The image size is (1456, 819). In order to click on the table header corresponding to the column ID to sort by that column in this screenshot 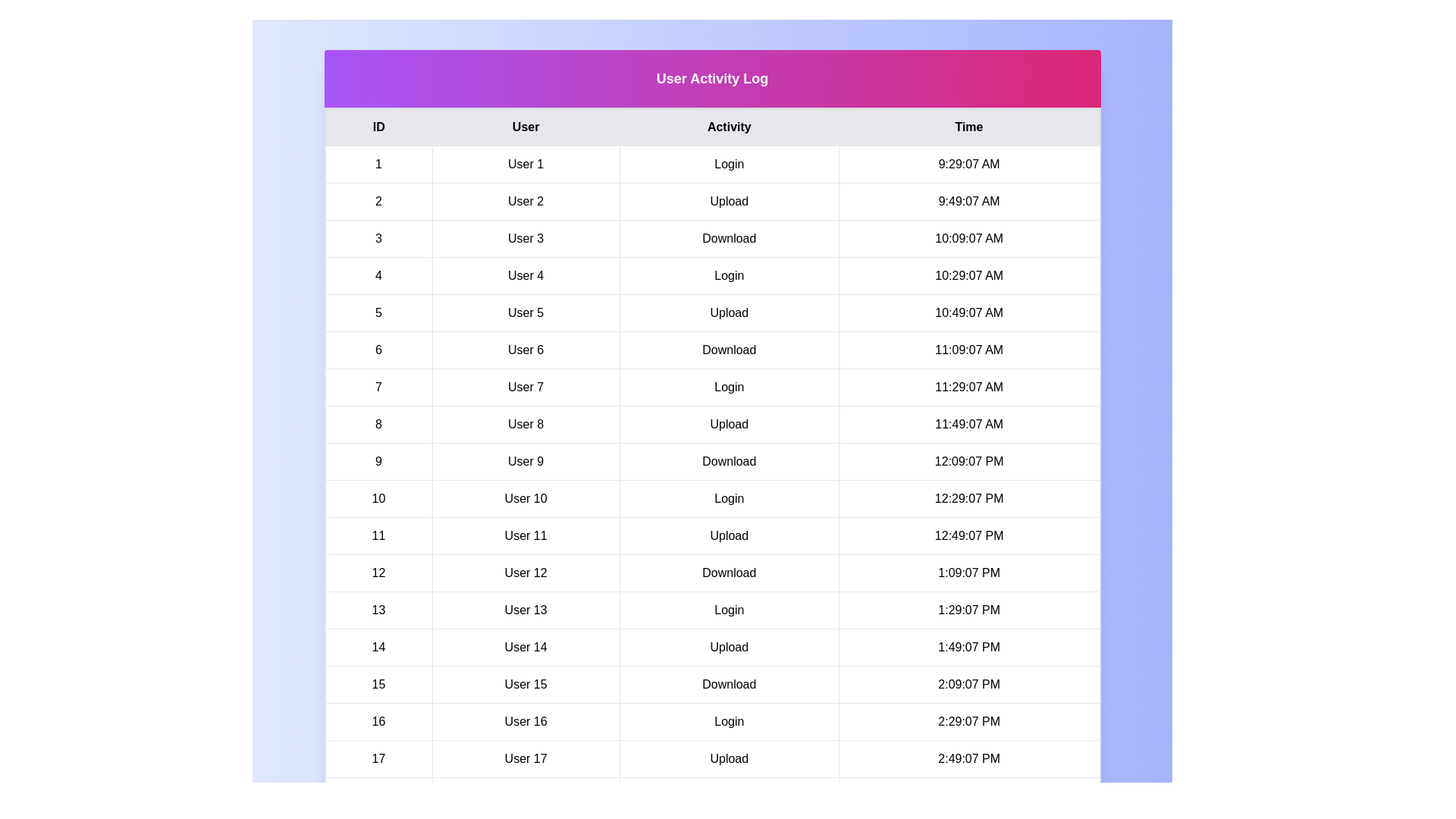, I will do `click(378, 127)`.